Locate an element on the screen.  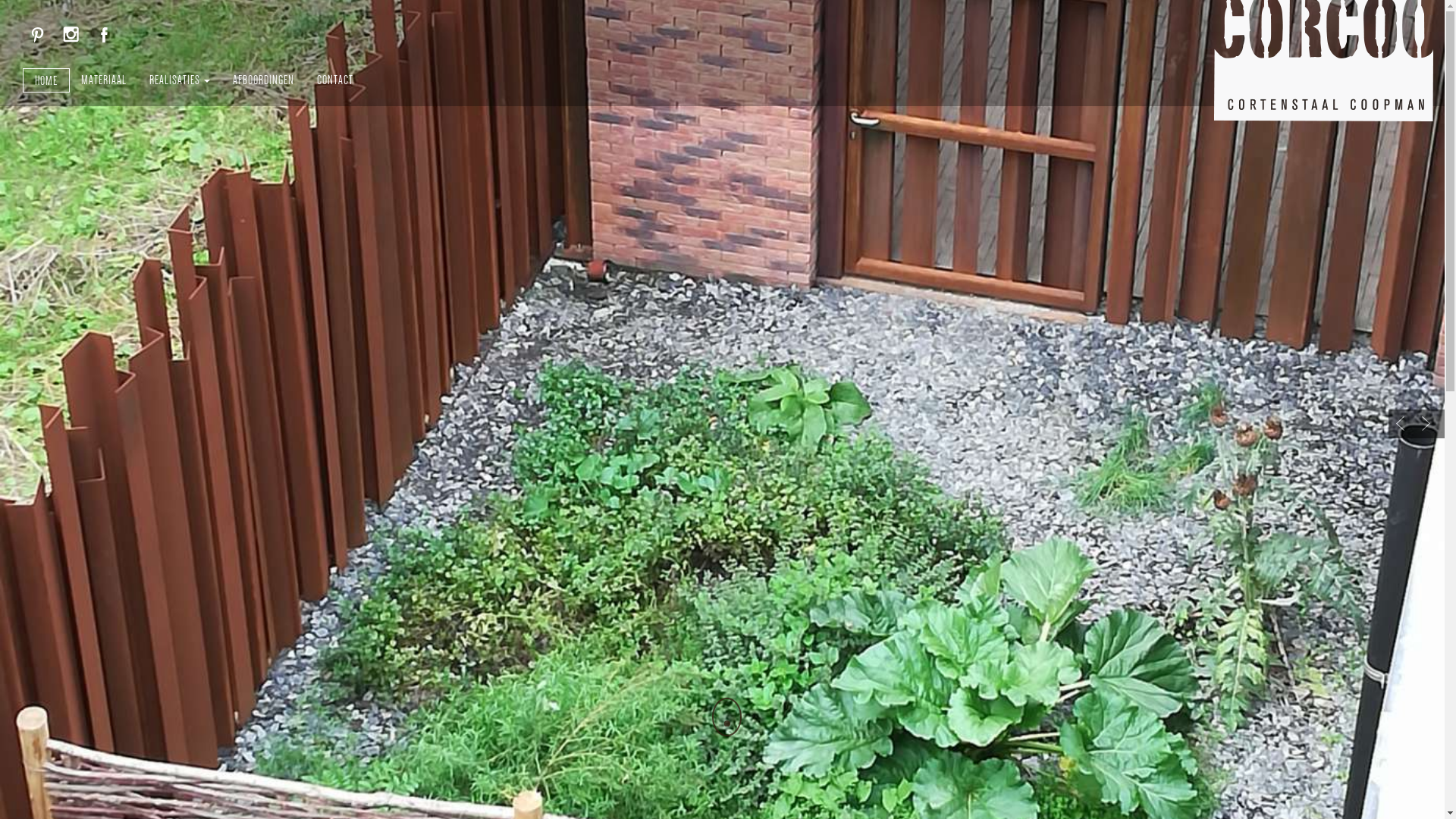
'Pinterest' is located at coordinates (37, 34).